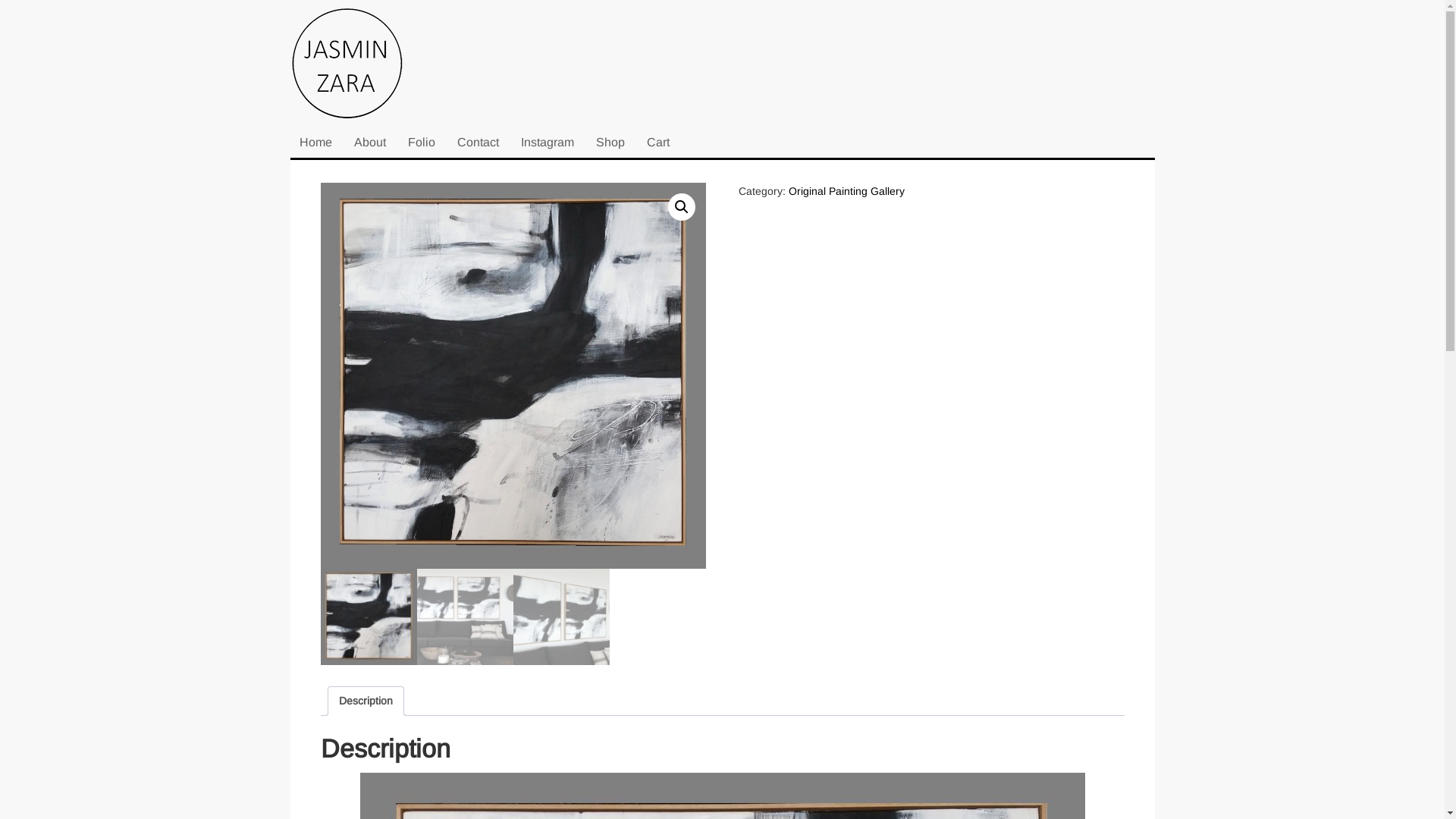 This screenshot has height=819, width=1456. I want to click on 'Contact', so click(476, 143).